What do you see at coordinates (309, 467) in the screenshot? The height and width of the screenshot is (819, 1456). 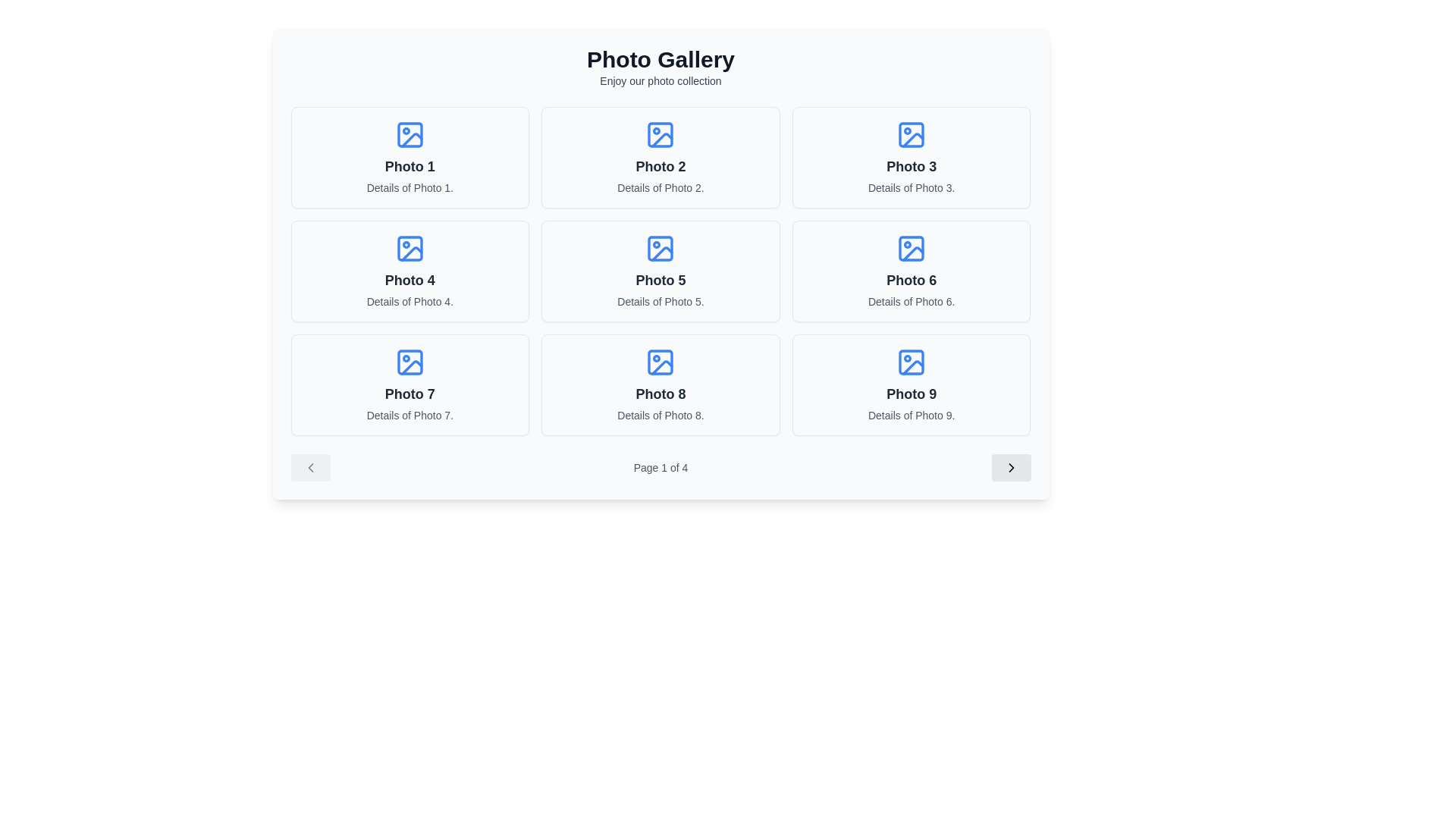 I see `the backward navigation SVG Icon located at the bottom-left corner of the interface` at bounding box center [309, 467].